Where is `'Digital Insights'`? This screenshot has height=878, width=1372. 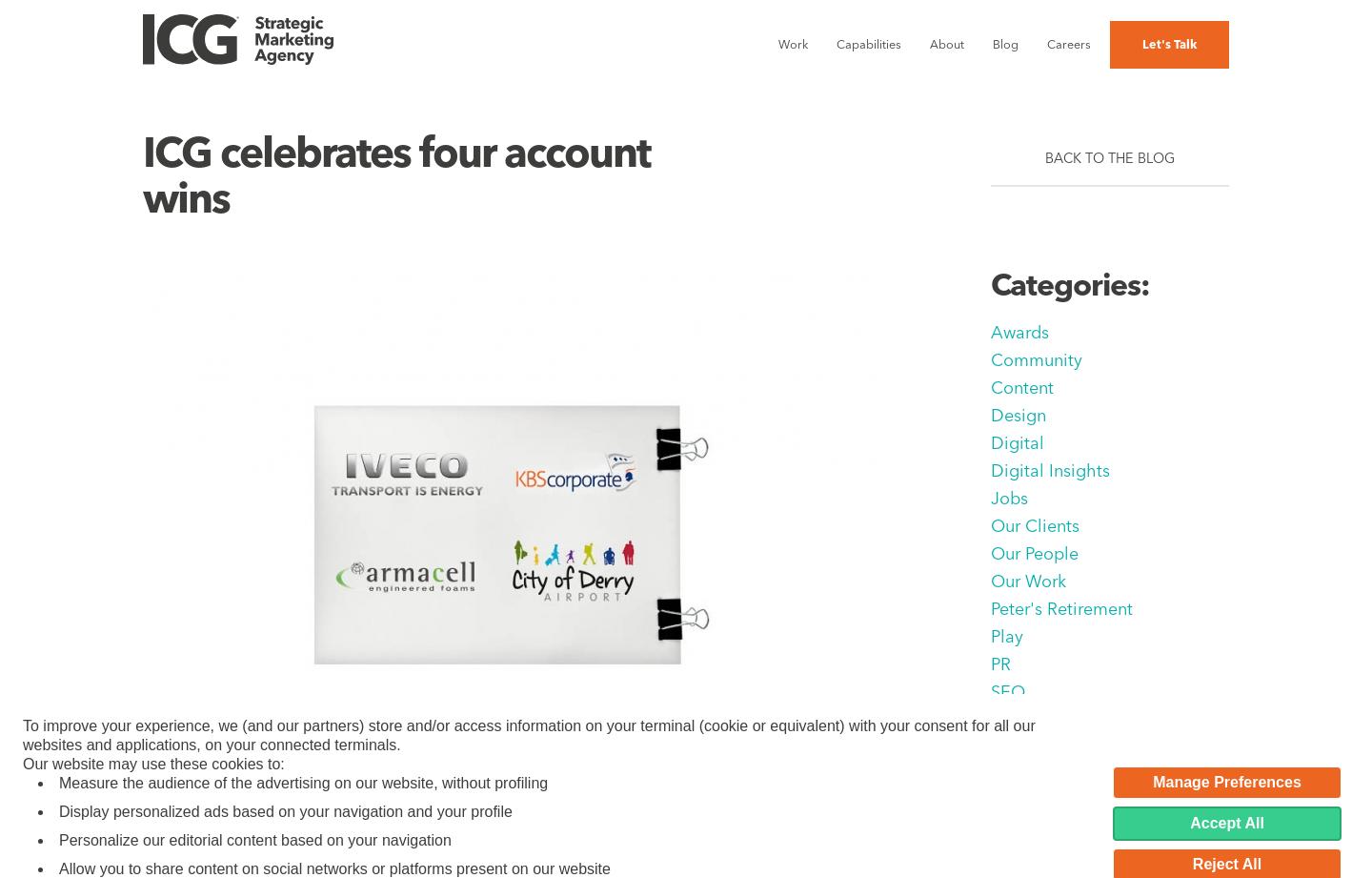 'Digital Insights' is located at coordinates (1049, 470).